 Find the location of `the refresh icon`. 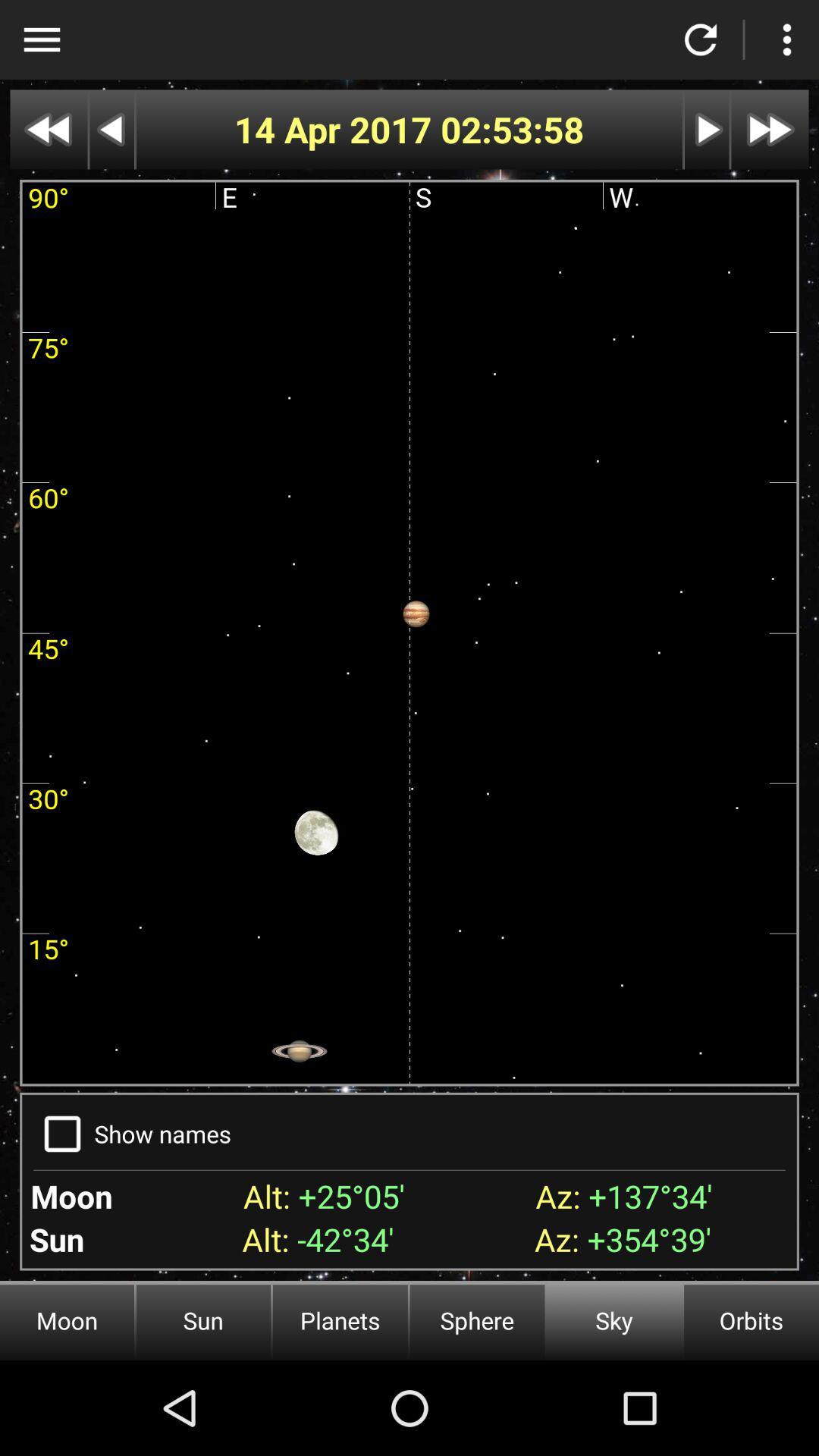

the refresh icon is located at coordinates (701, 39).